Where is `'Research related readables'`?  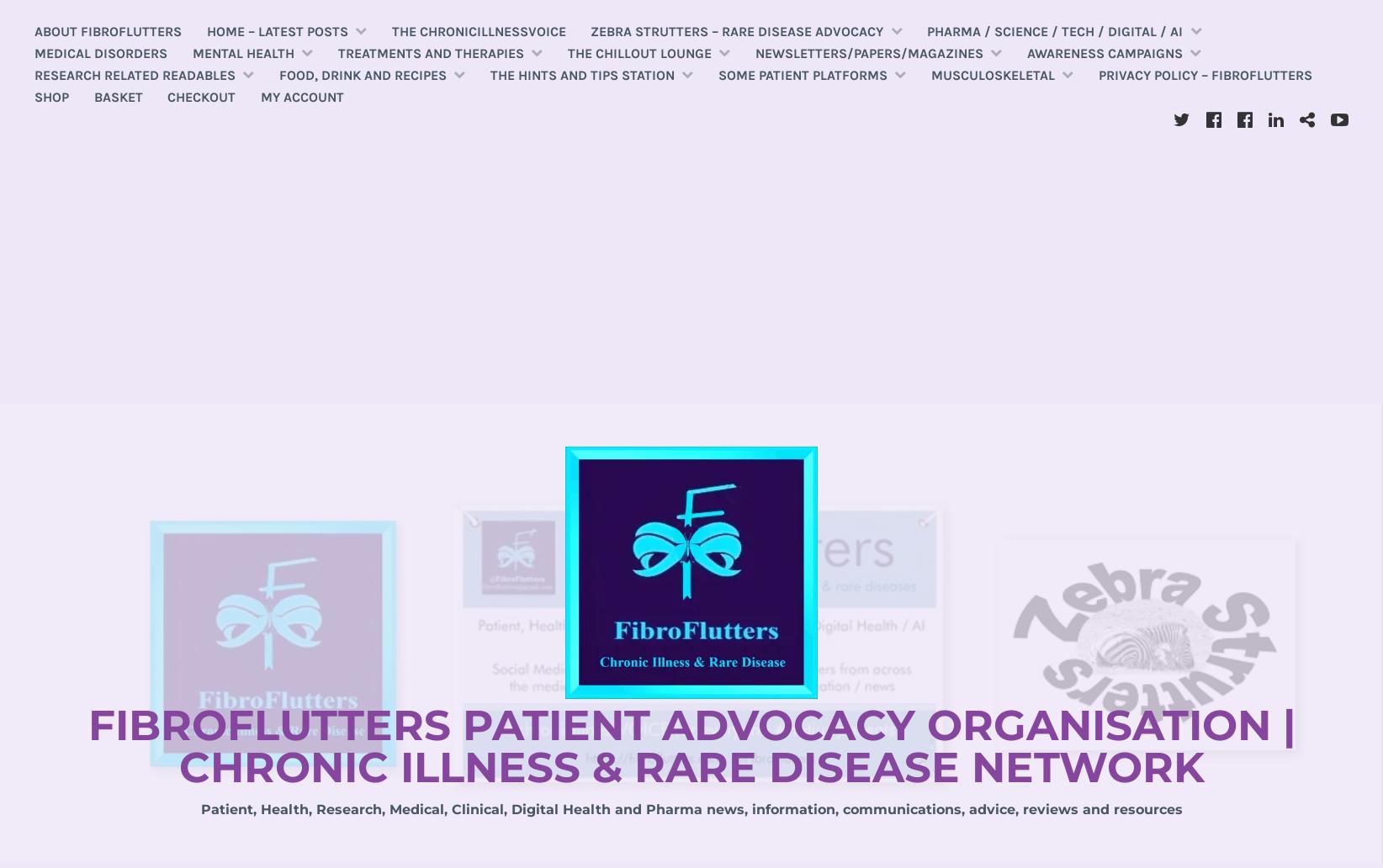 'Research related readables' is located at coordinates (134, 74).